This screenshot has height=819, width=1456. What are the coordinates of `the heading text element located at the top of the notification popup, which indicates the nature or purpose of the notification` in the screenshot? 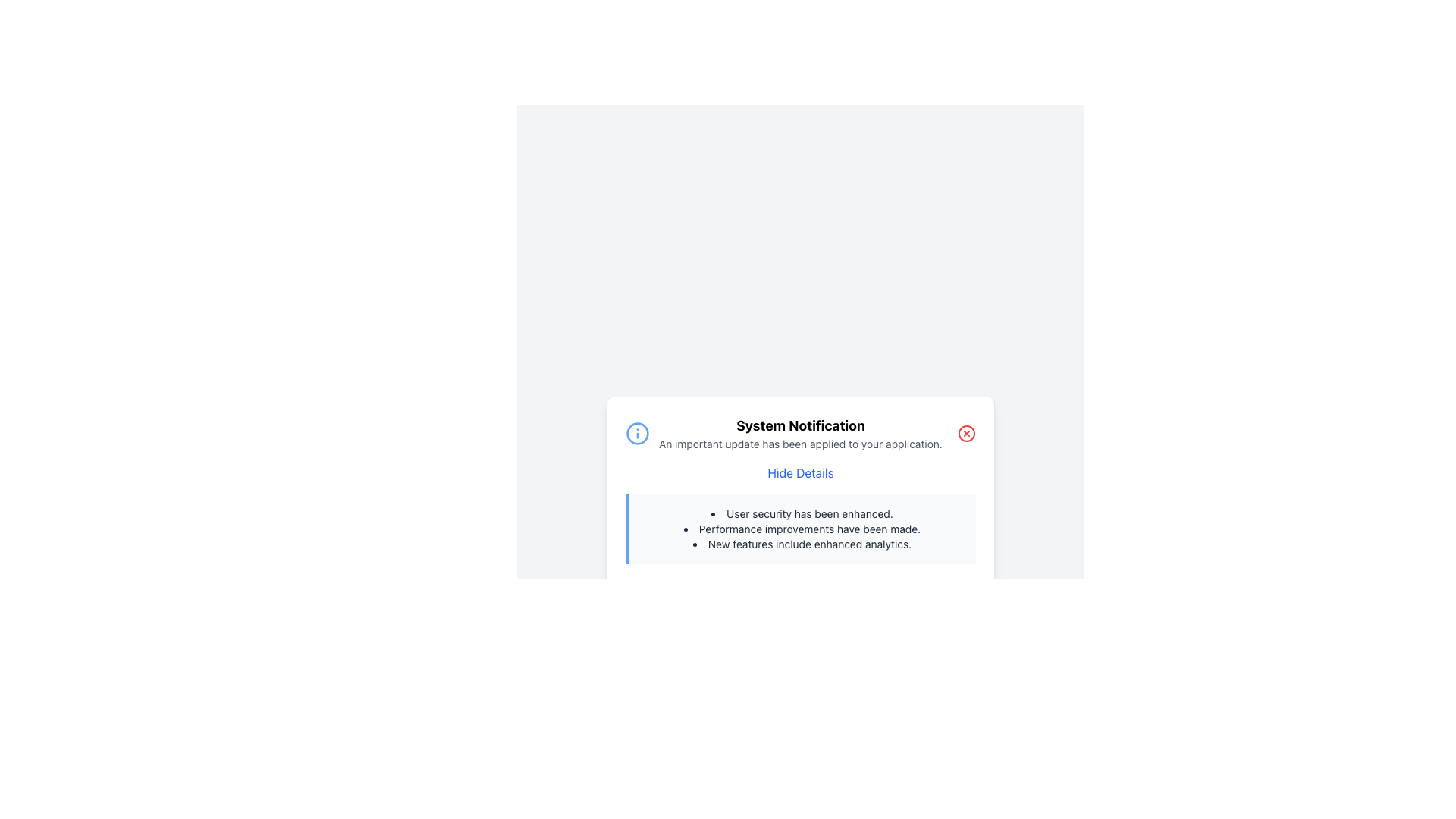 It's located at (800, 426).